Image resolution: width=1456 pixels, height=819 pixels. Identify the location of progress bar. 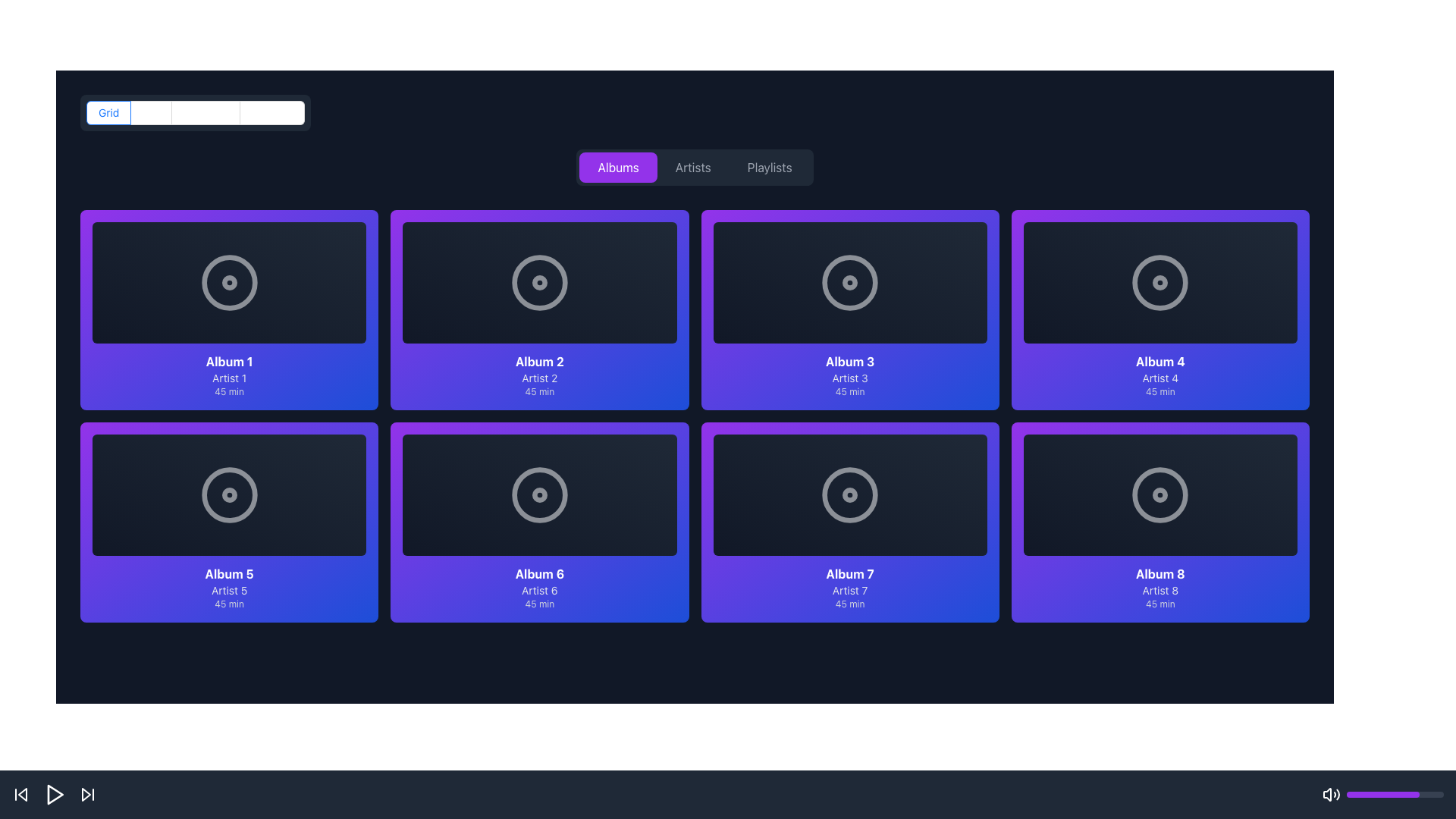
(1407, 794).